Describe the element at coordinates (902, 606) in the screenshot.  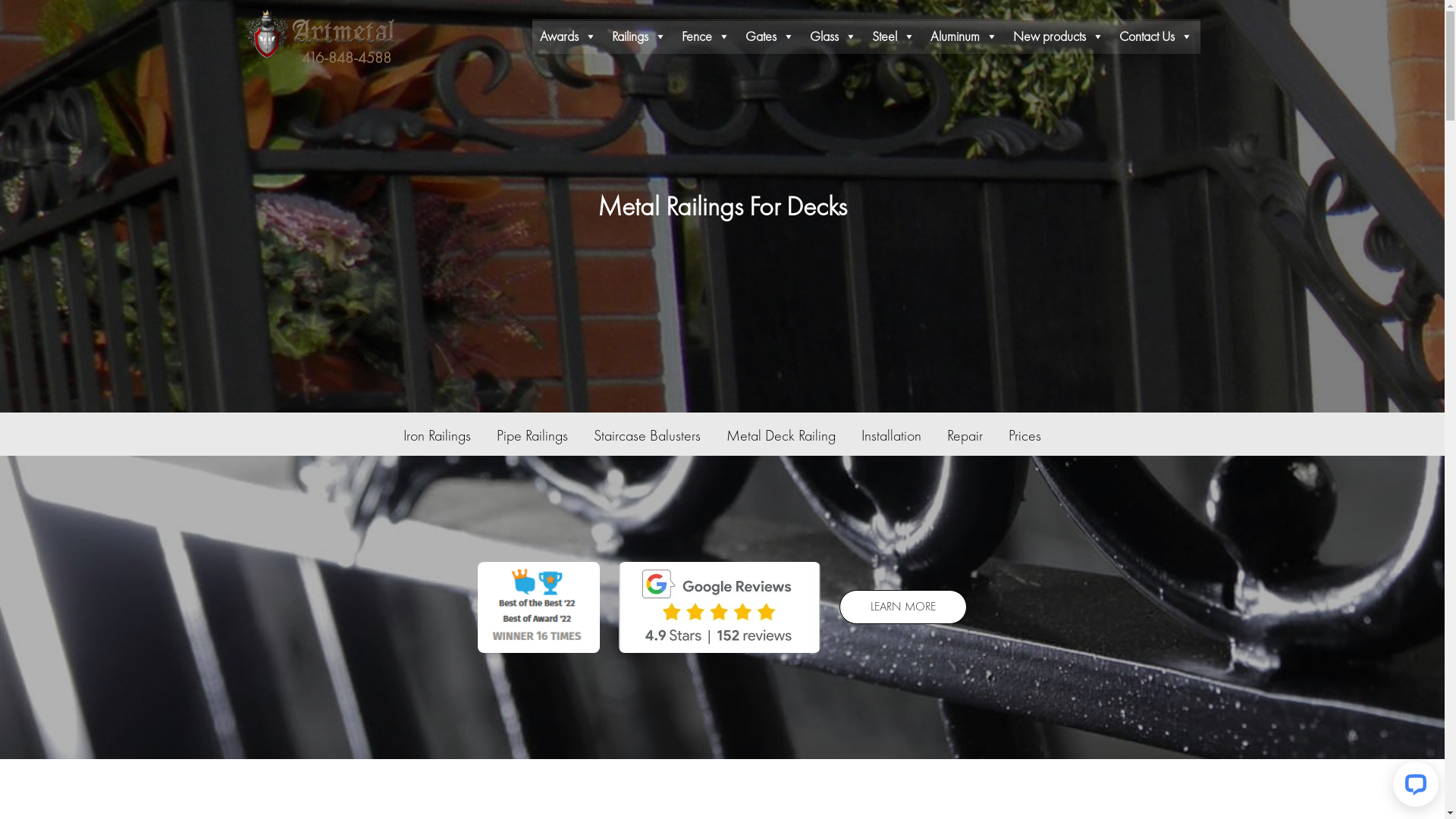
I see `'LEARN MORE'` at that location.